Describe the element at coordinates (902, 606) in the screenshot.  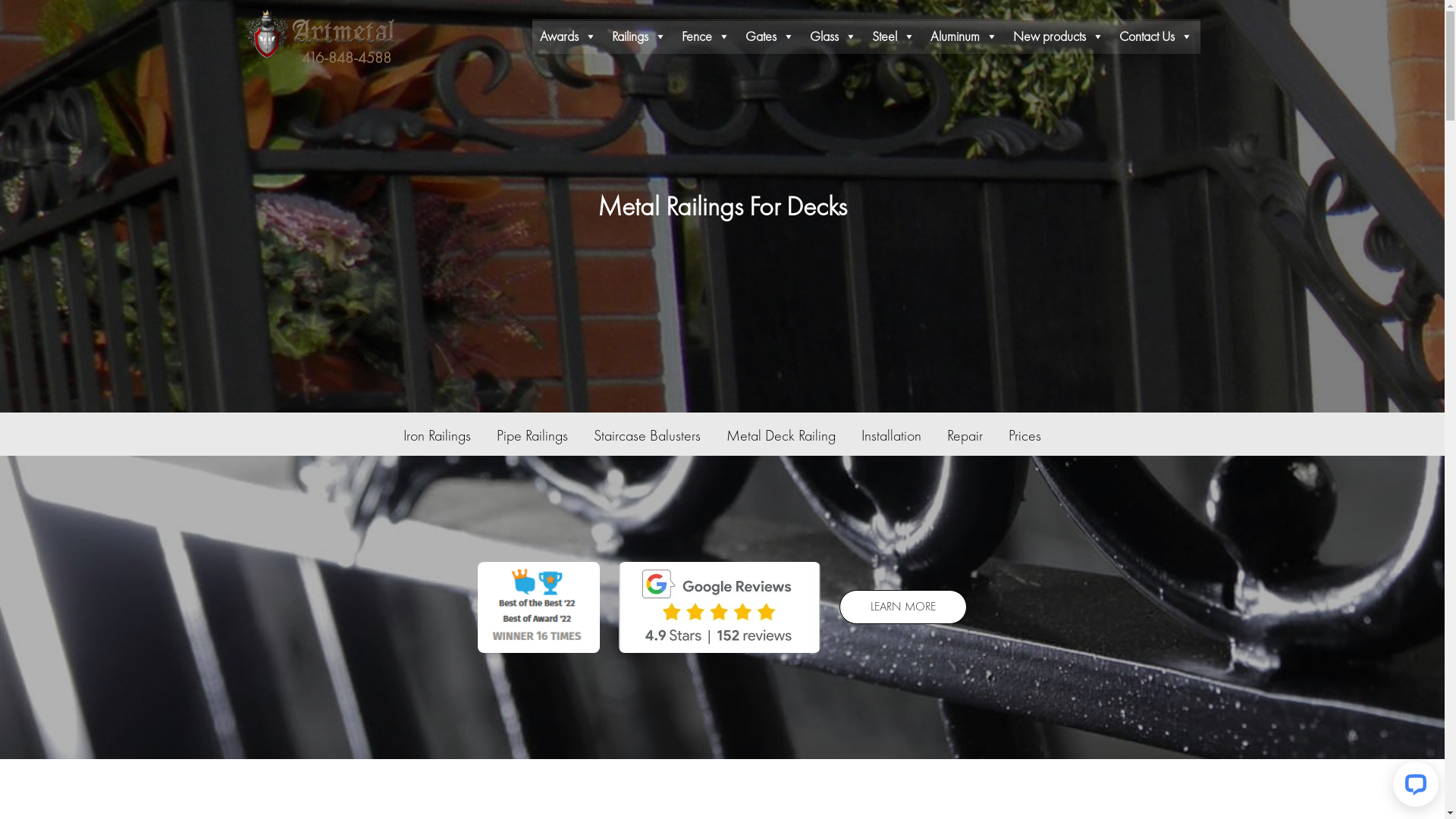
I see `'LEARN MORE'` at that location.